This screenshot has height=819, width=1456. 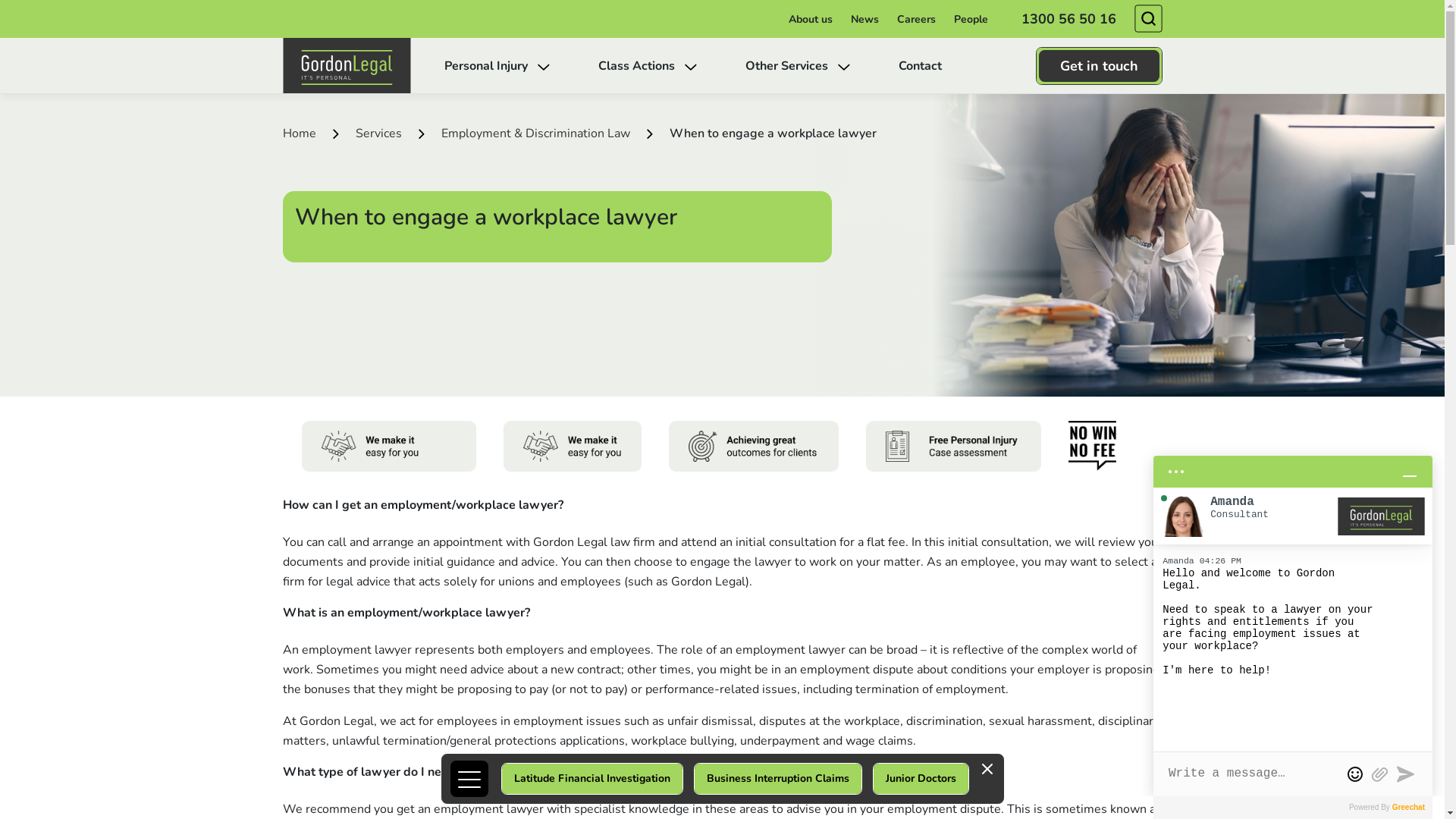 What do you see at coordinates (282, 133) in the screenshot?
I see `'Home'` at bounding box center [282, 133].